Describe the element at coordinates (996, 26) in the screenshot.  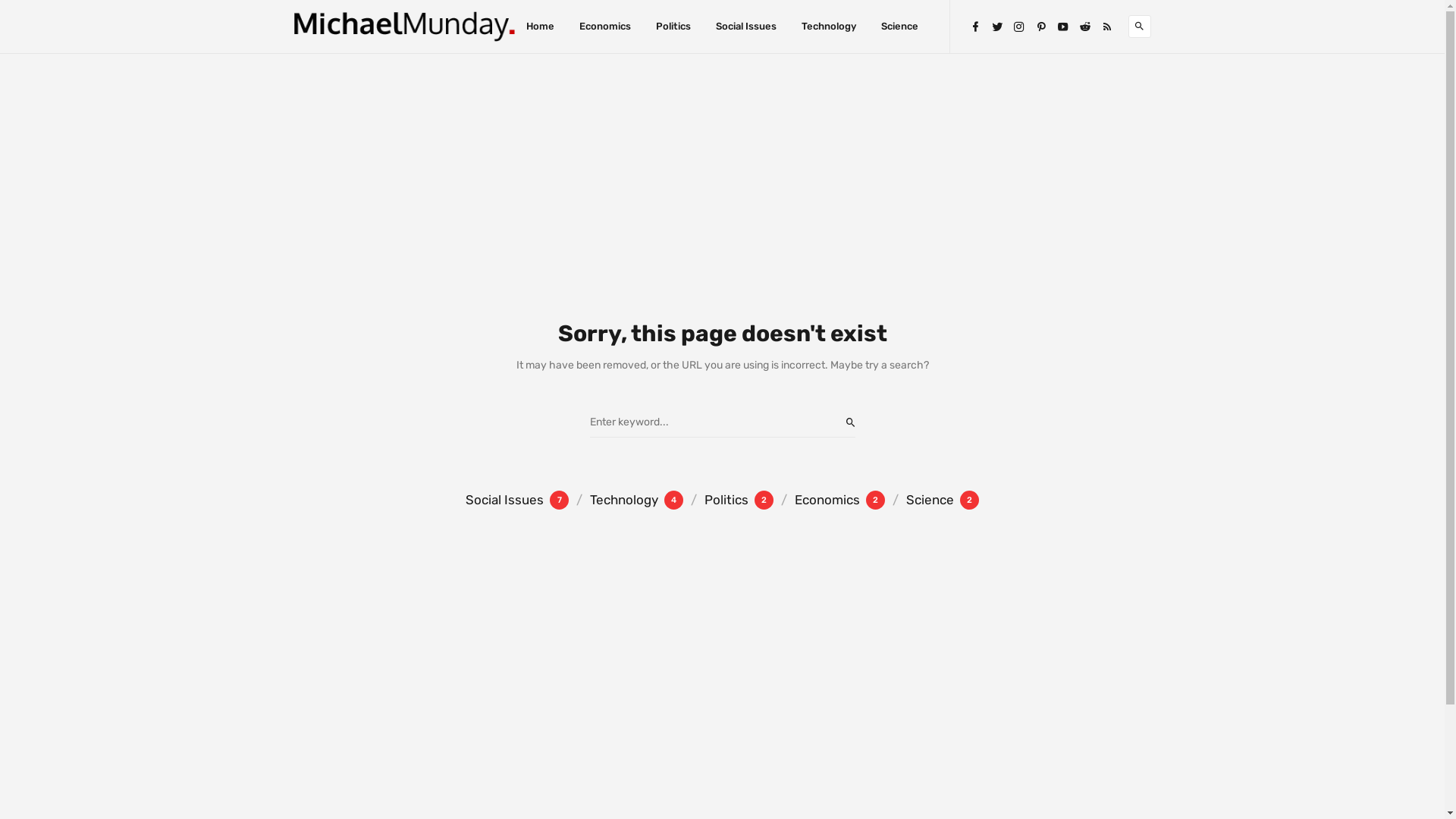
I see `'Twitter'` at that location.